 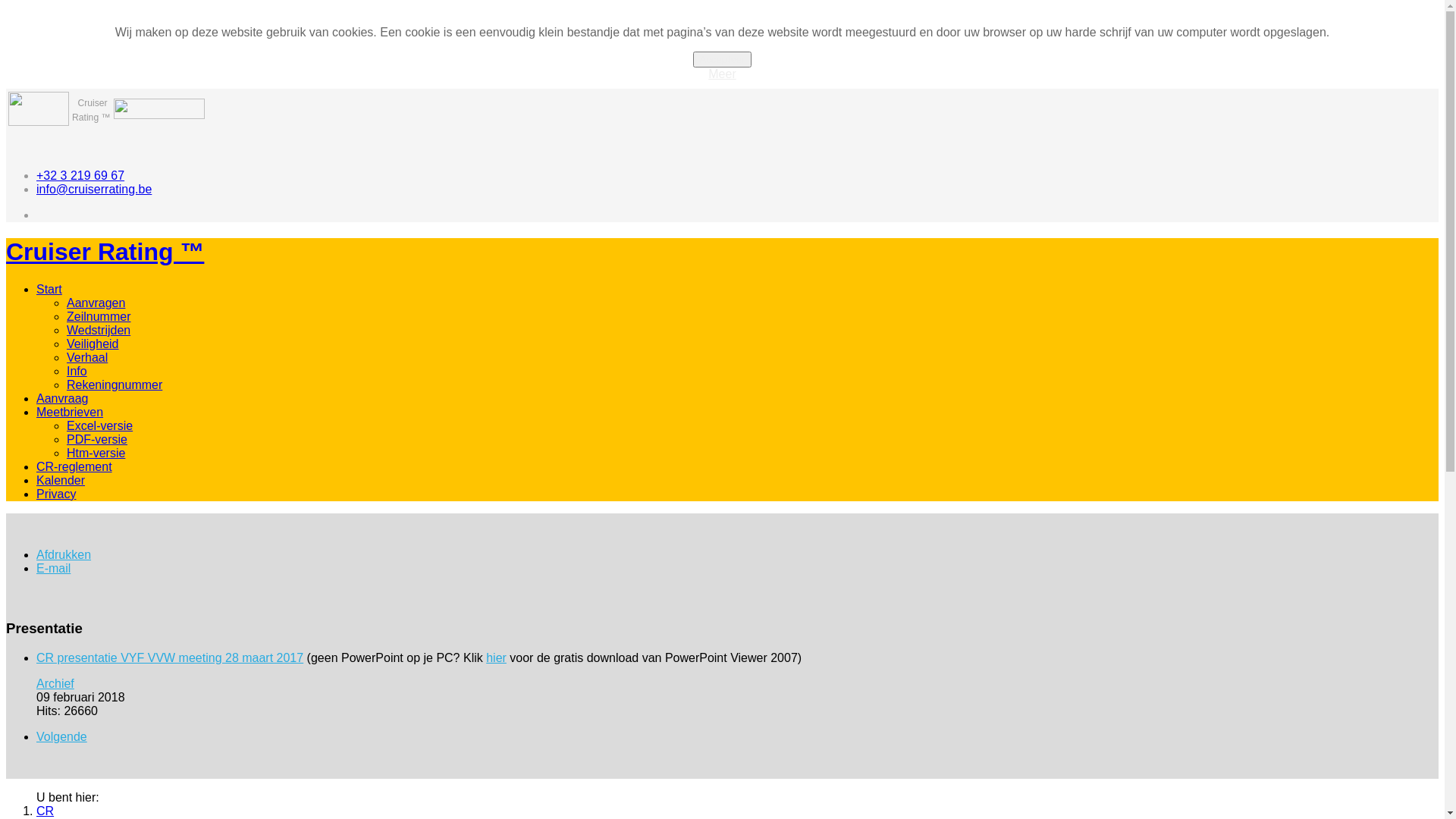 What do you see at coordinates (720, 74) in the screenshot?
I see `'Meer'` at bounding box center [720, 74].